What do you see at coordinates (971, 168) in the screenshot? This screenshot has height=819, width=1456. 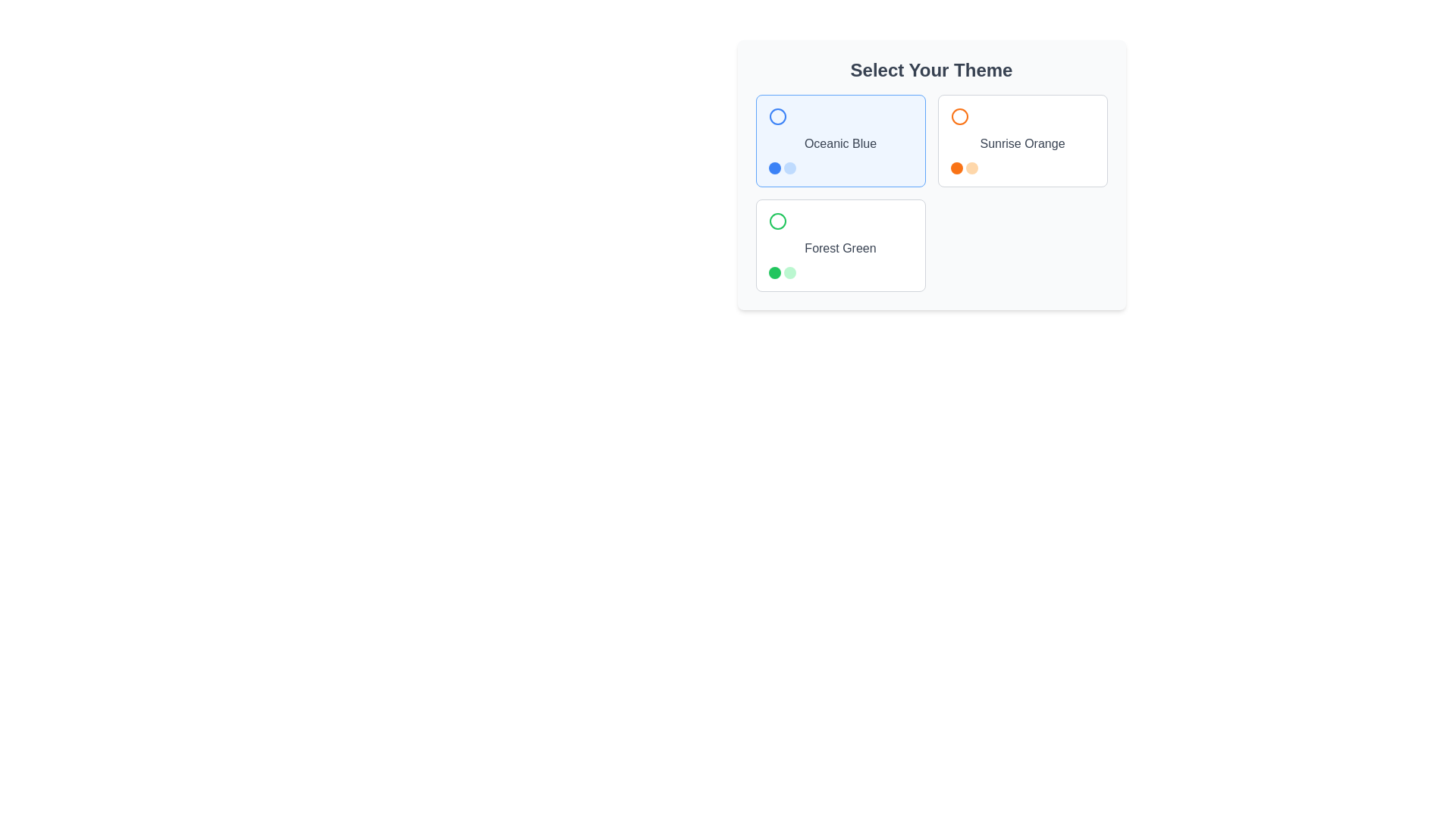 I see `the second circular dot below the 'Sunrise Orange' theme option, which serves as a visual indicator or decorative element` at bounding box center [971, 168].